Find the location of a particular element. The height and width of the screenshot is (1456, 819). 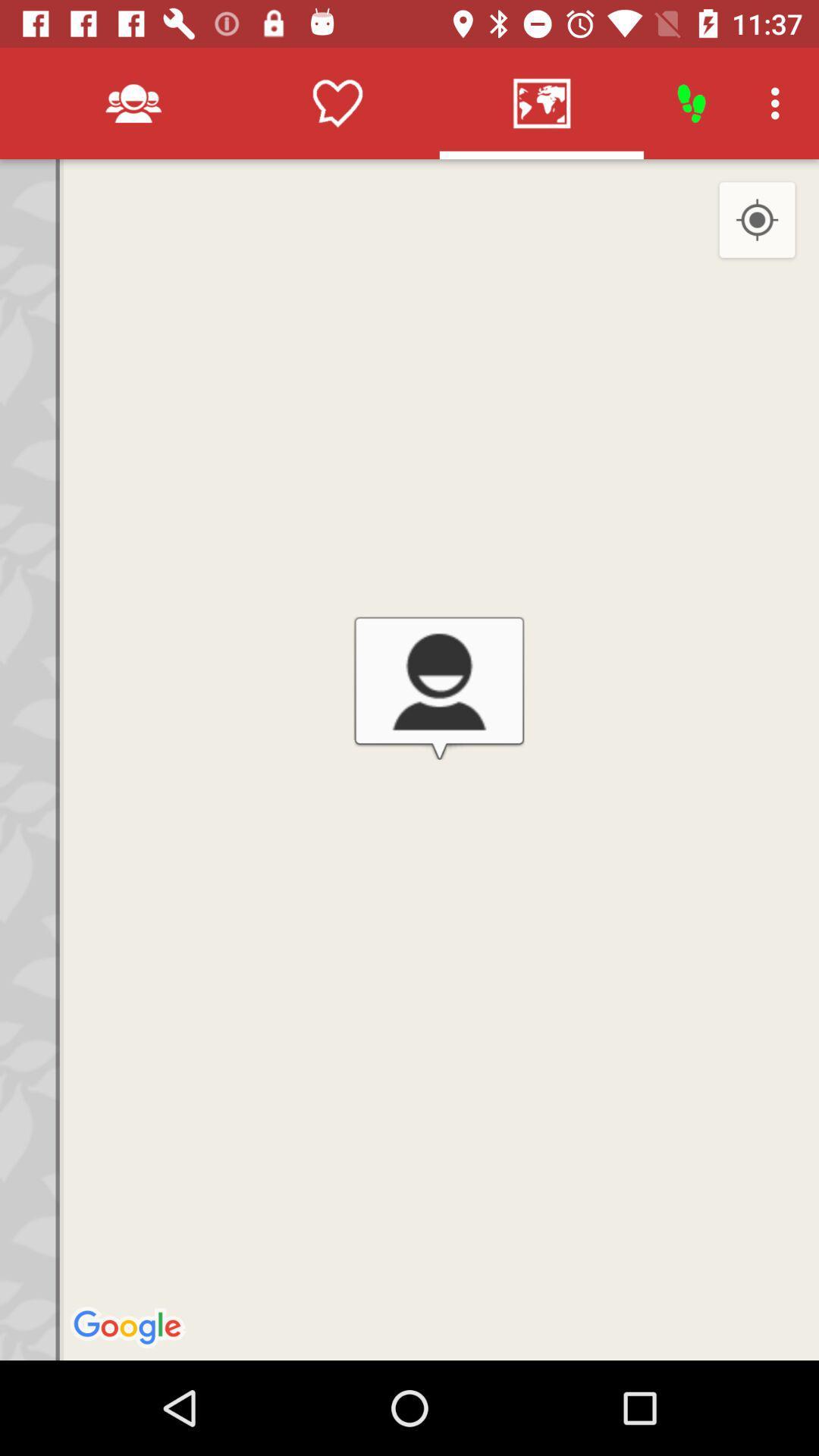

the location_crosshair icon is located at coordinates (757, 220).